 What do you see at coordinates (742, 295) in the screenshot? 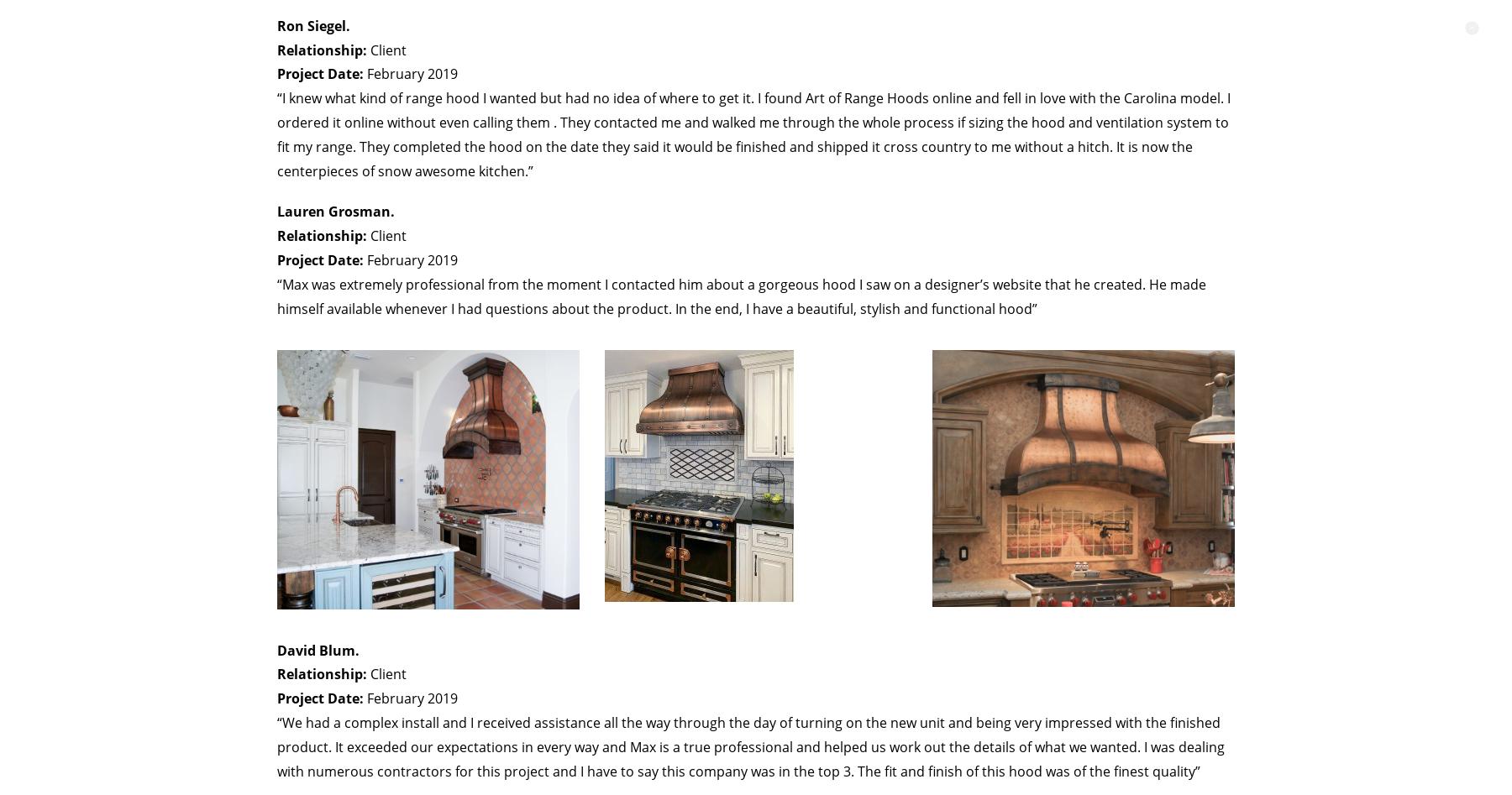
I see `'“Max was extremely professional from the moment I contacted him about a gorgeous hood I saw on a designer’s website that he created. He made himself available whenever I had questions about the product. In the end, I have a beautiful, stylish and functional hood”'` at bounding box center [742, 295].